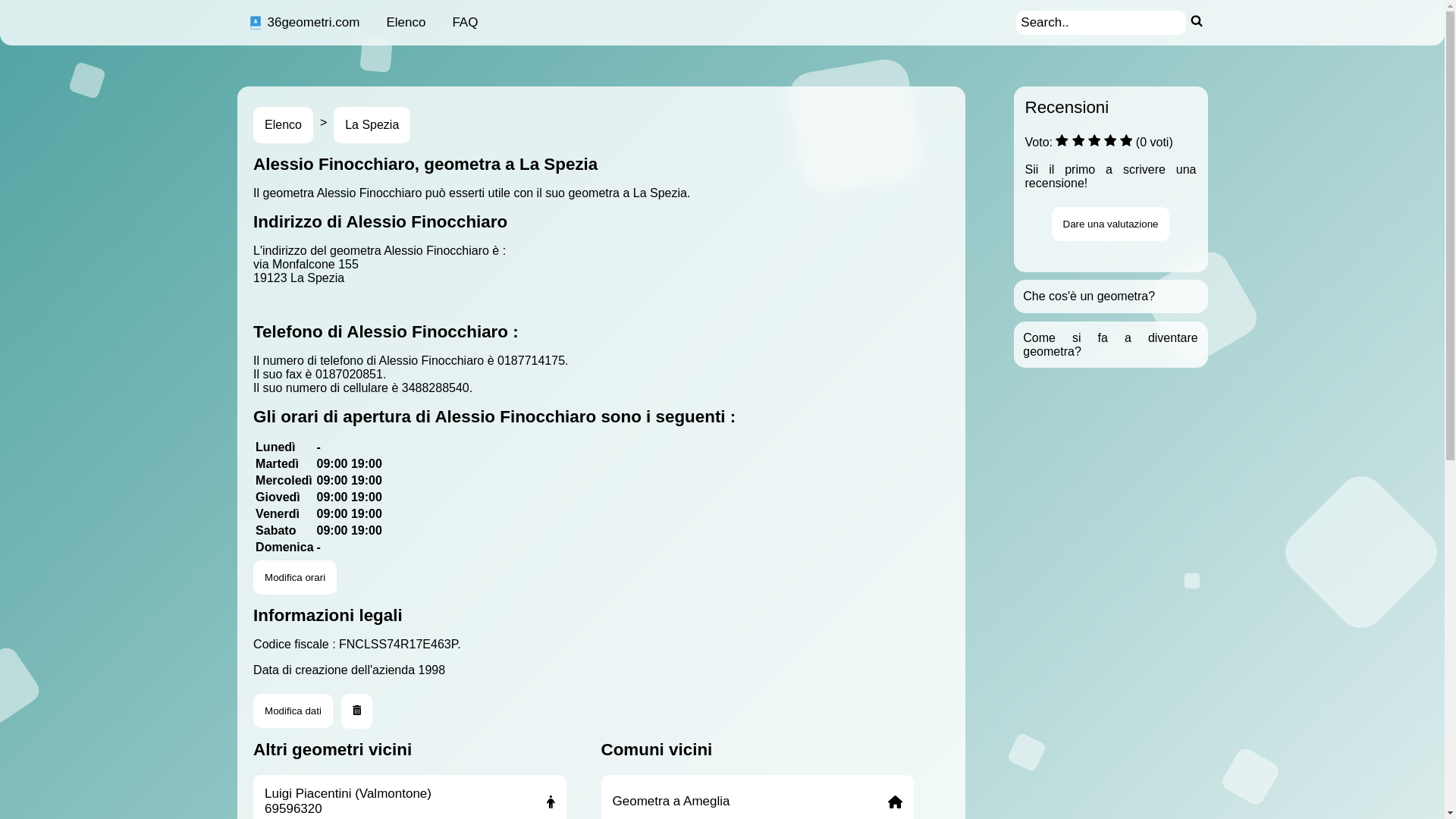 Image resolution: width=1456 pixels, height=819 pixels. What do you see at coordinates (1110, 224) in the screenshot?
I see `'Dare una valutazione'` at bounding box center [1110, 224].